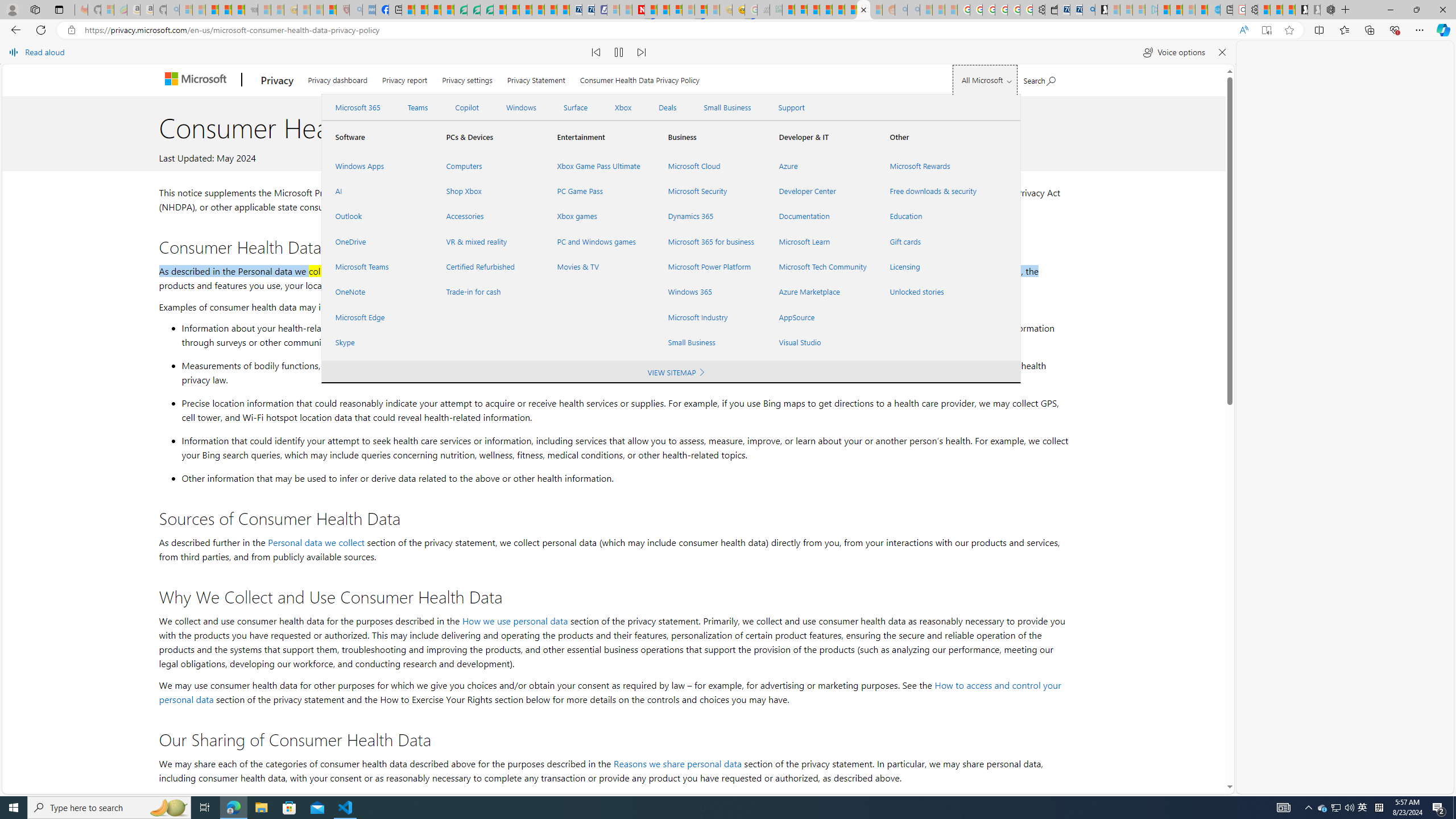 The width and height of the screenshot is (1456, 819). What do you see at coordinates (434, 9) in the screenshot?
I see `'World - MSN'` at bounding box center [434, 9].